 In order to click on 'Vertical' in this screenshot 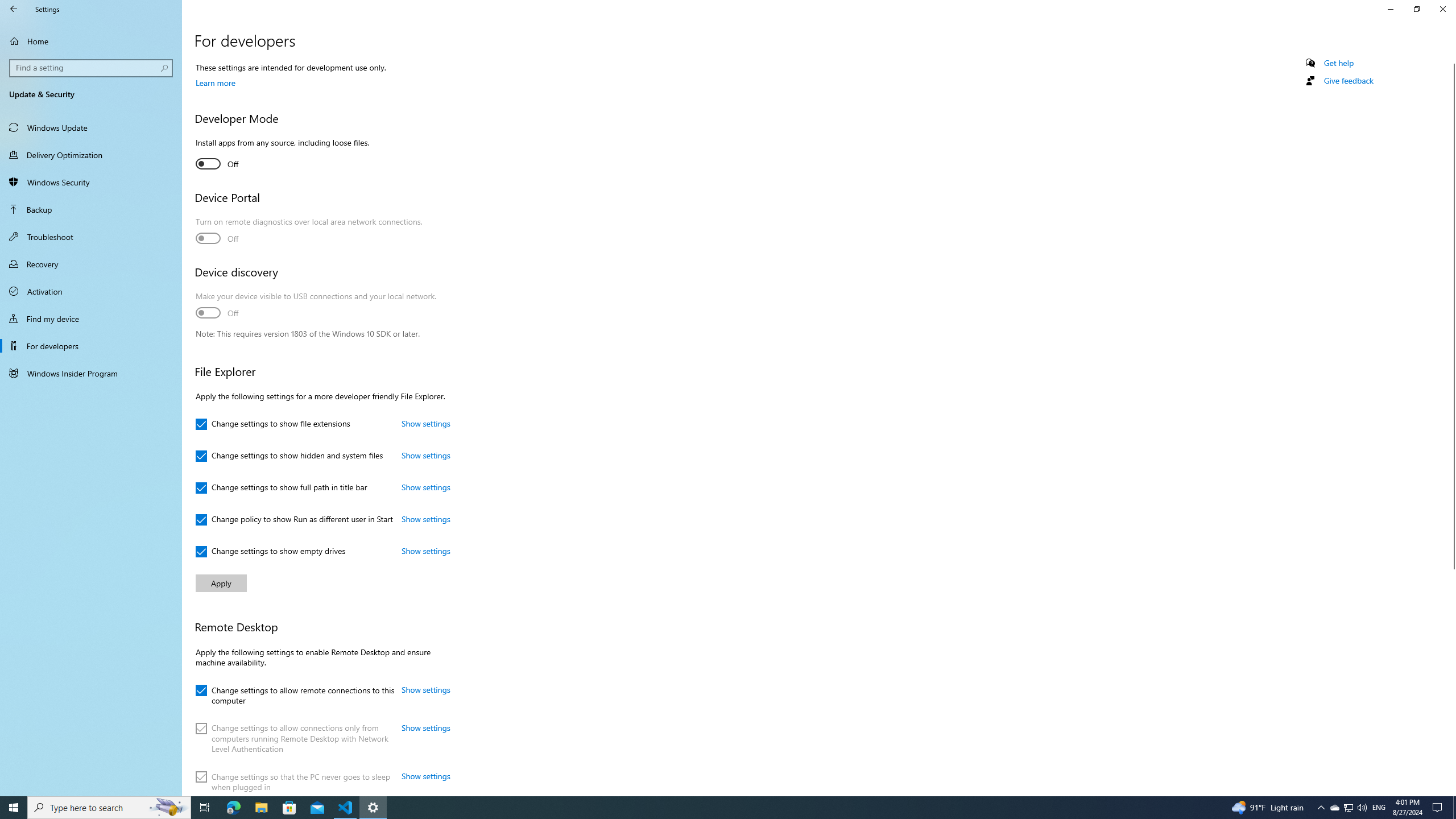, I will do `click(1451, 425)`.